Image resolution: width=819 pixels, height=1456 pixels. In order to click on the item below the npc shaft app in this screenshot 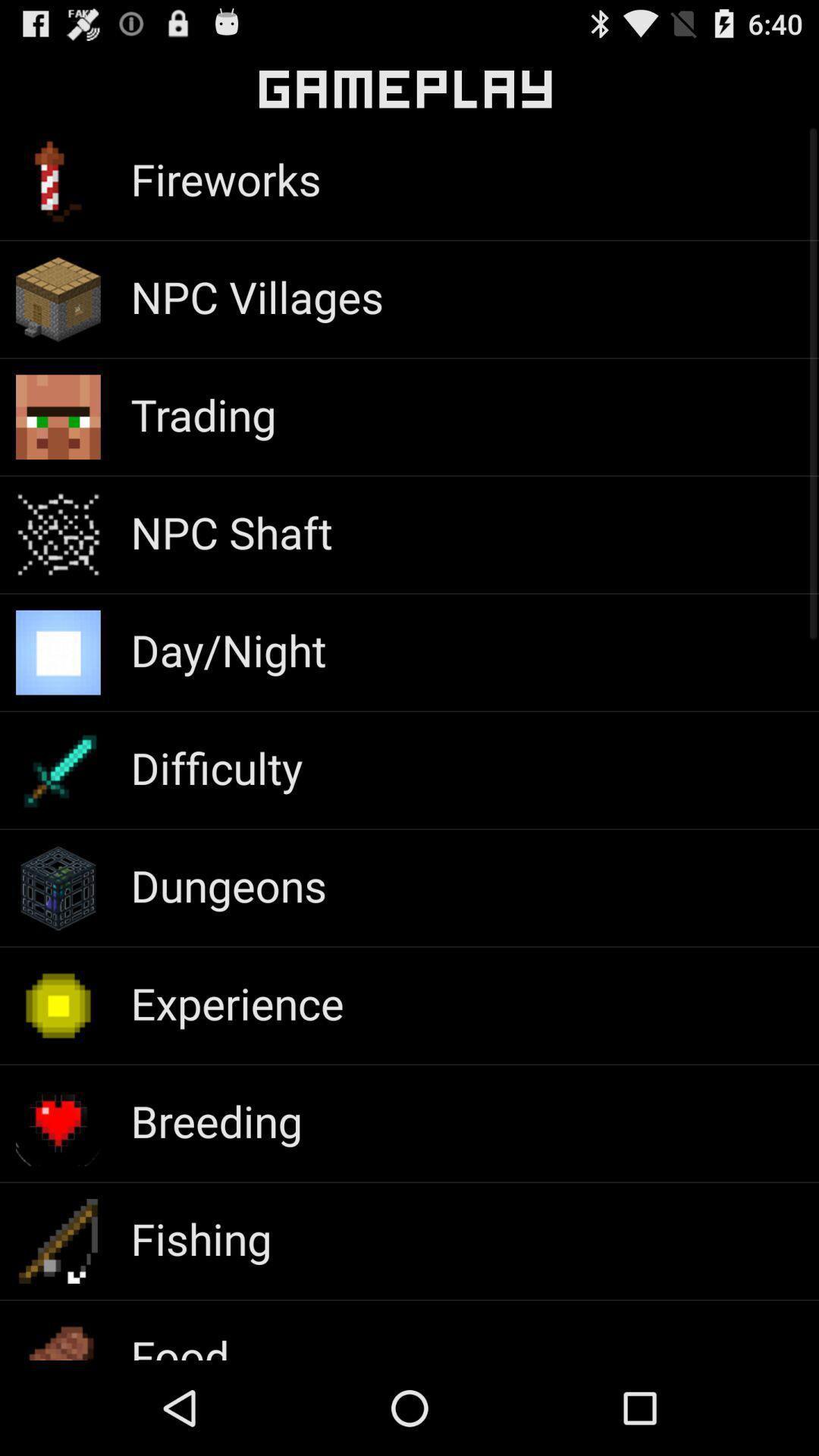, I will do `click(228, 649)`.